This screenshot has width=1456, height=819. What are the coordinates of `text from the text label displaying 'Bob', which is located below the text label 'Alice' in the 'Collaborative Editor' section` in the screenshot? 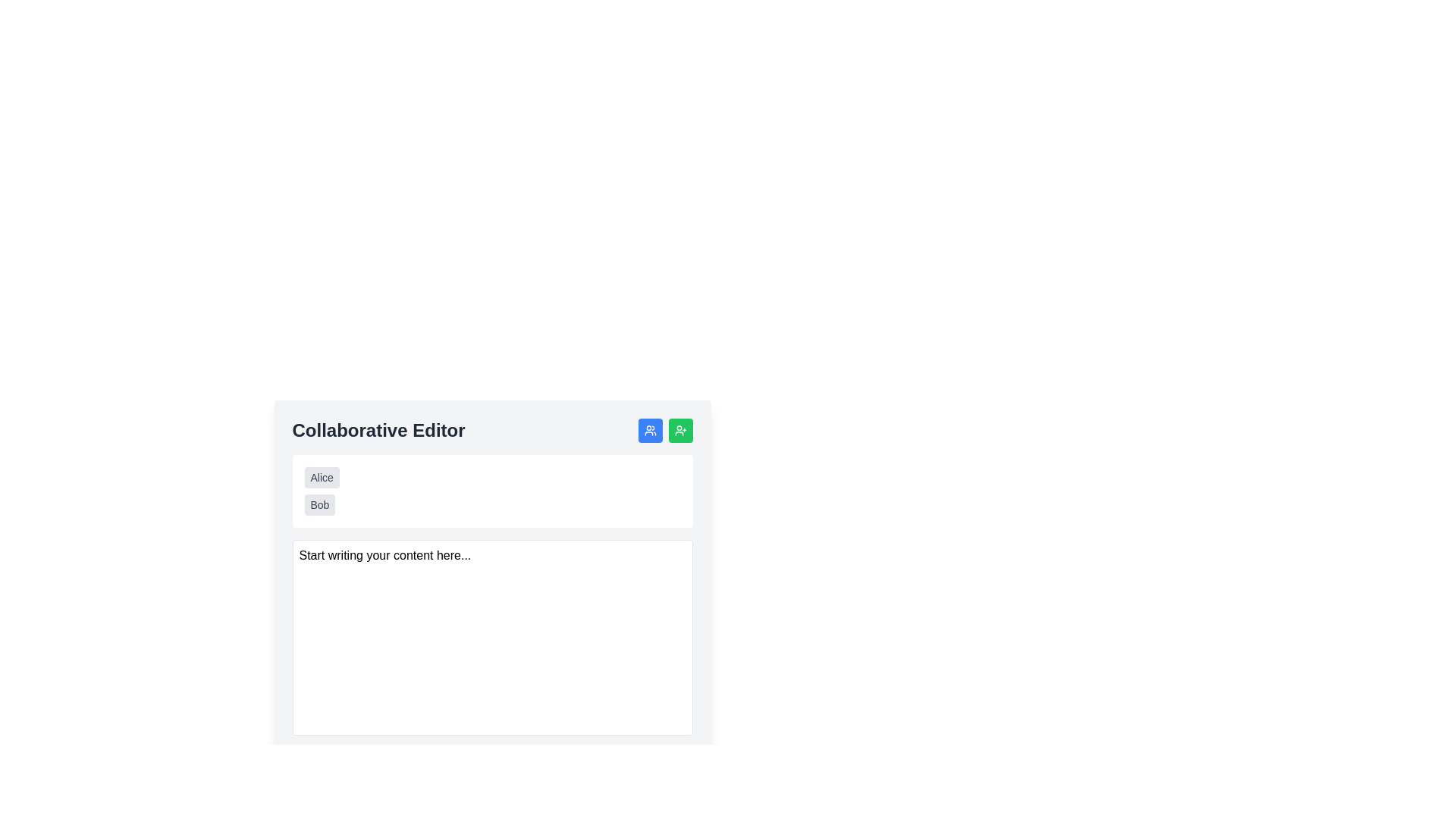 It's located at (319, 505).